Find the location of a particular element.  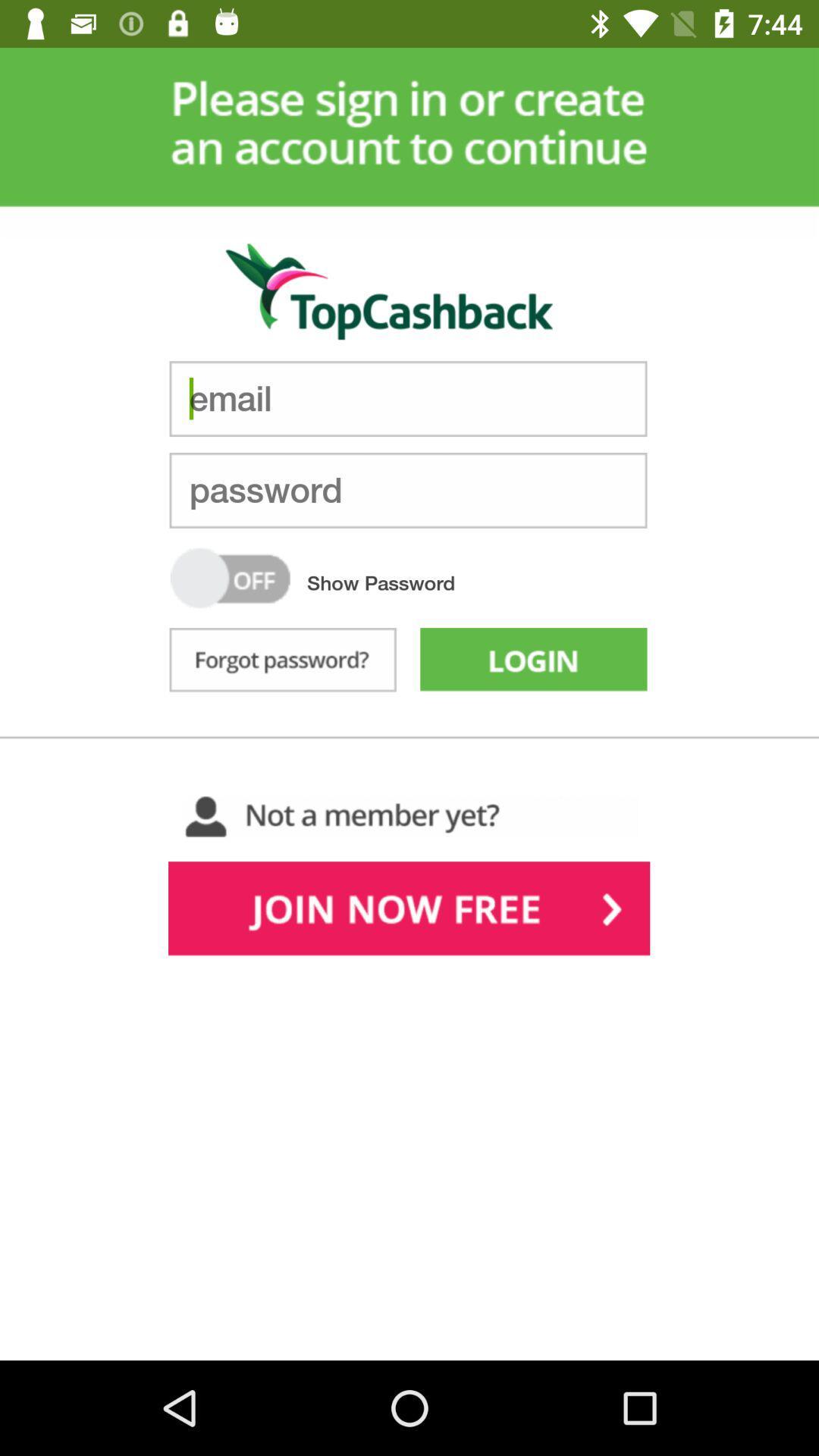

forget password is located at coordinates (283, 663).